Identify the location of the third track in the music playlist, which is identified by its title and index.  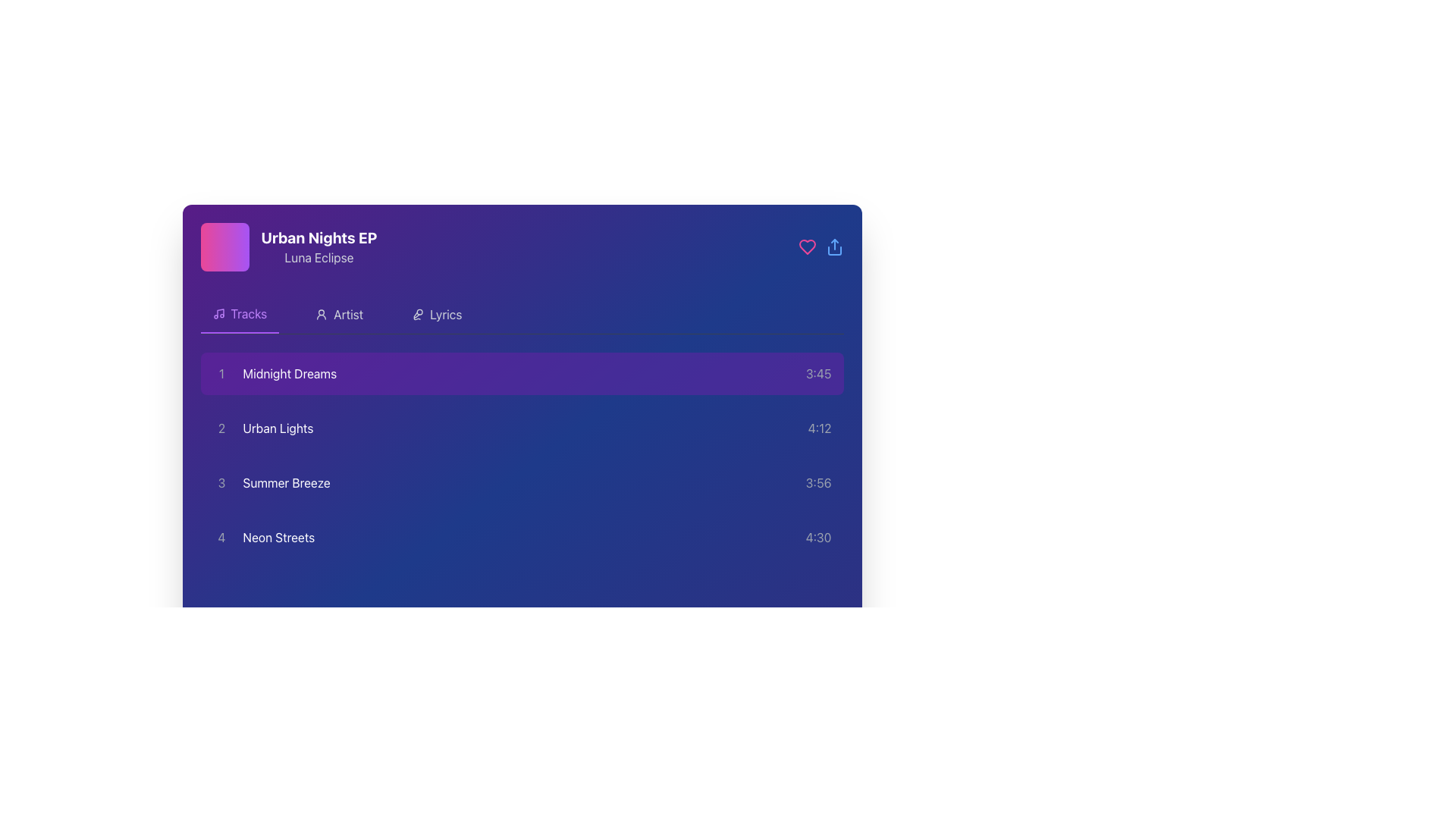
(271, 482).